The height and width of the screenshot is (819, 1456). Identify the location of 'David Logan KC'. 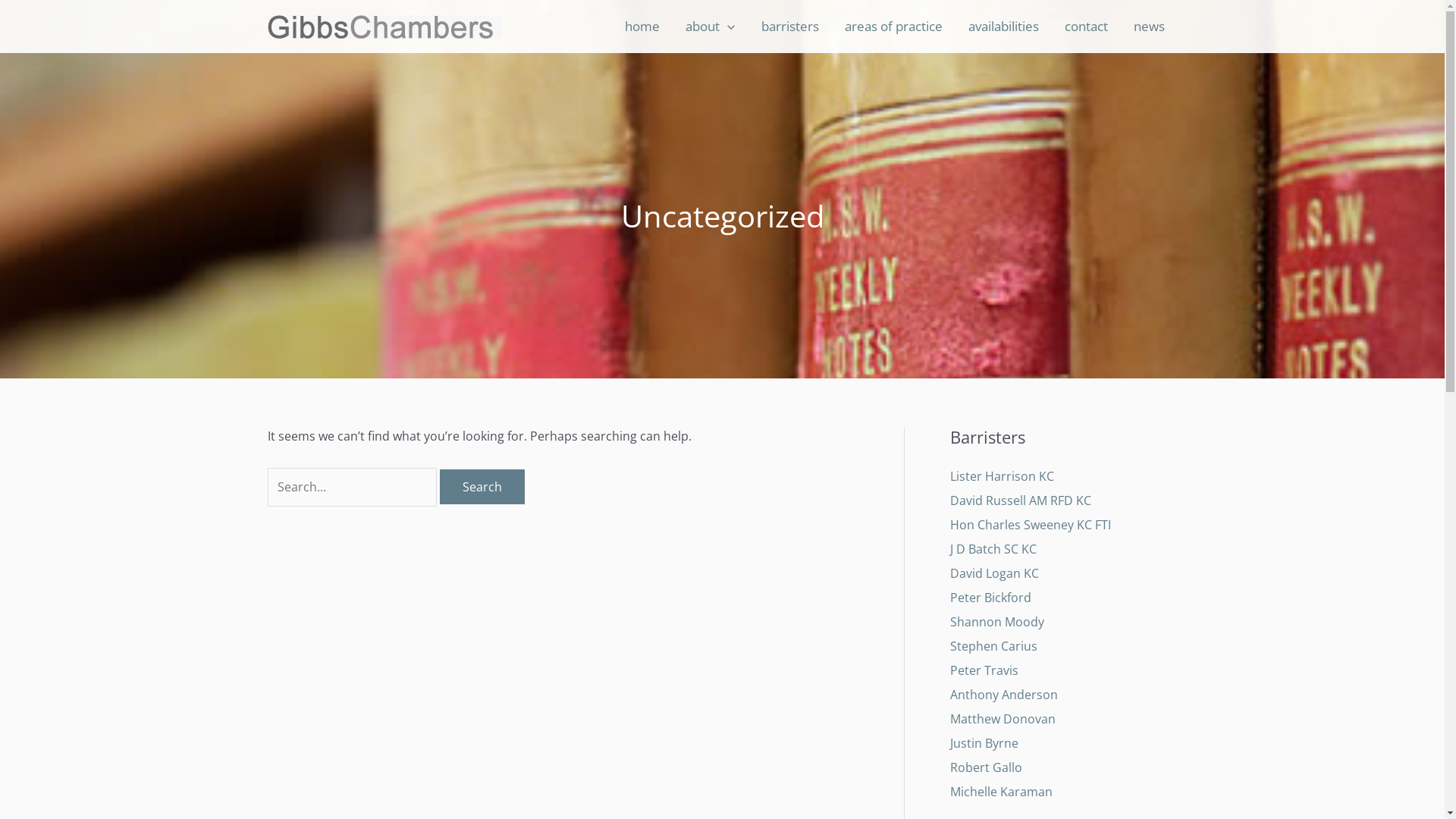
(993, 573).